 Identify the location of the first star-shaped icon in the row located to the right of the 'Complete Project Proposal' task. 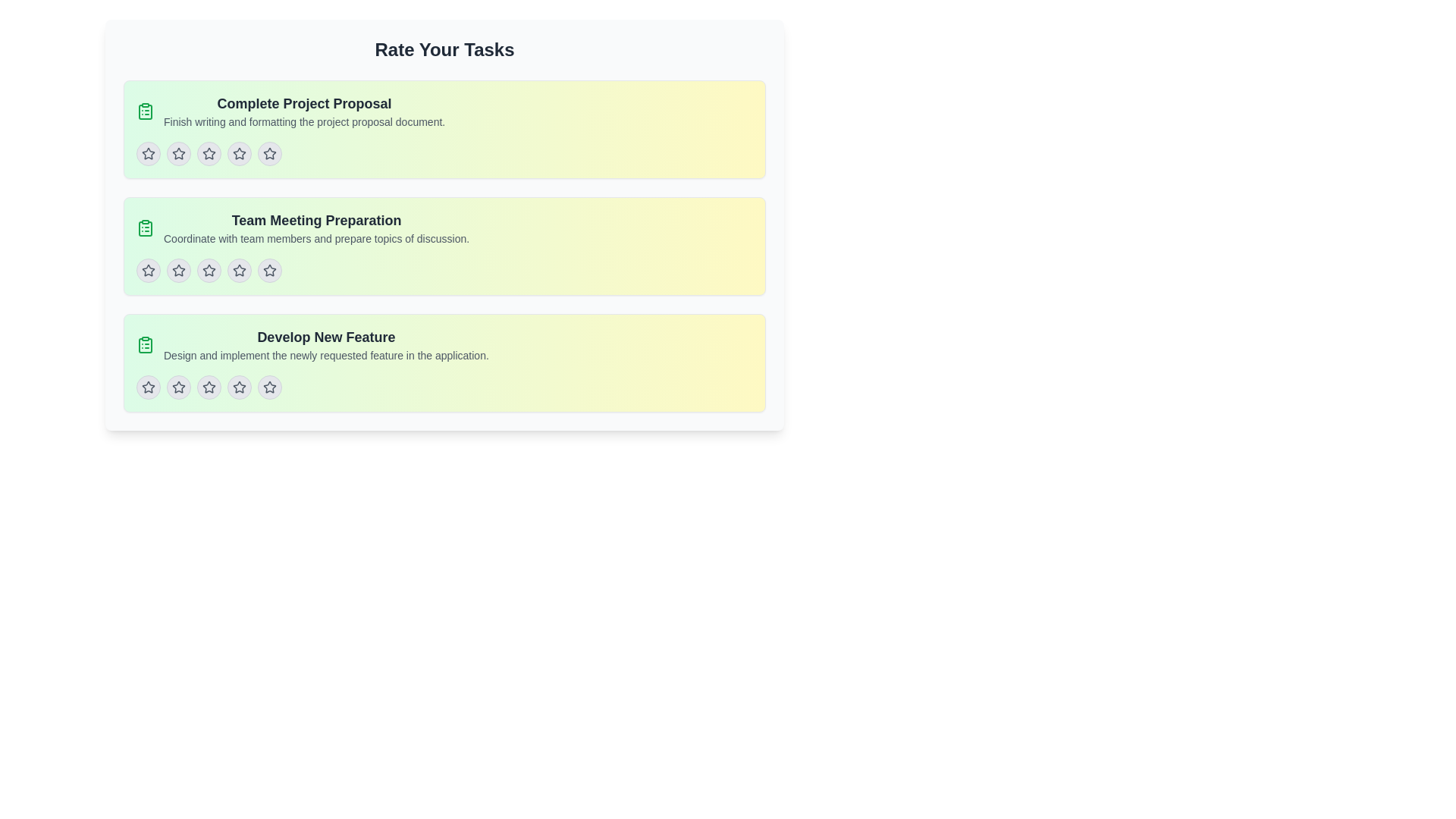
(149, 154).